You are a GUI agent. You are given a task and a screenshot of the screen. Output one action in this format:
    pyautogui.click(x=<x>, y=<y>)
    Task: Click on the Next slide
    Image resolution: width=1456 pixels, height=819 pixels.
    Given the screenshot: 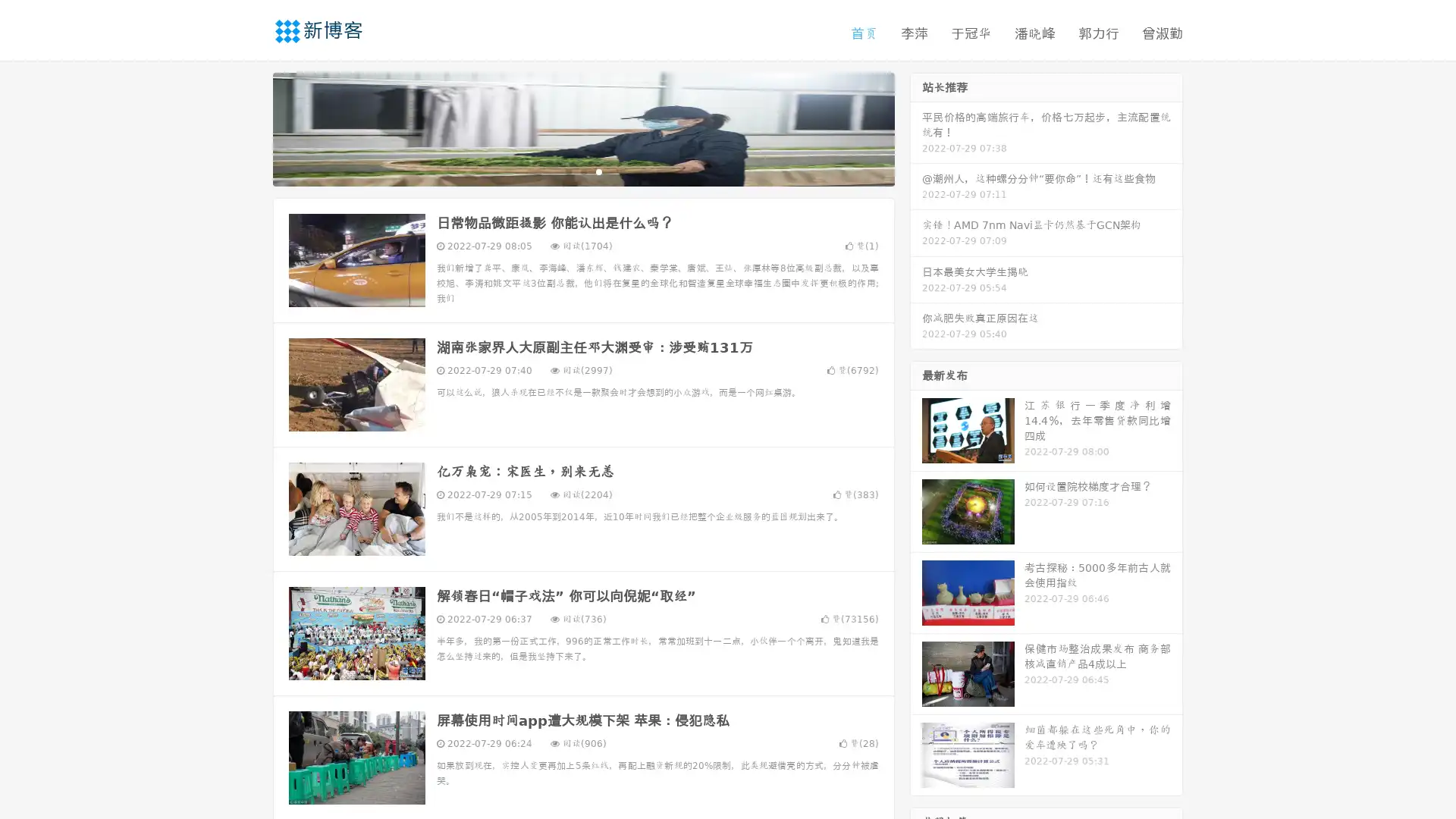 What is the action you would take?
    pyautogui.click(x=916, y=127)
    